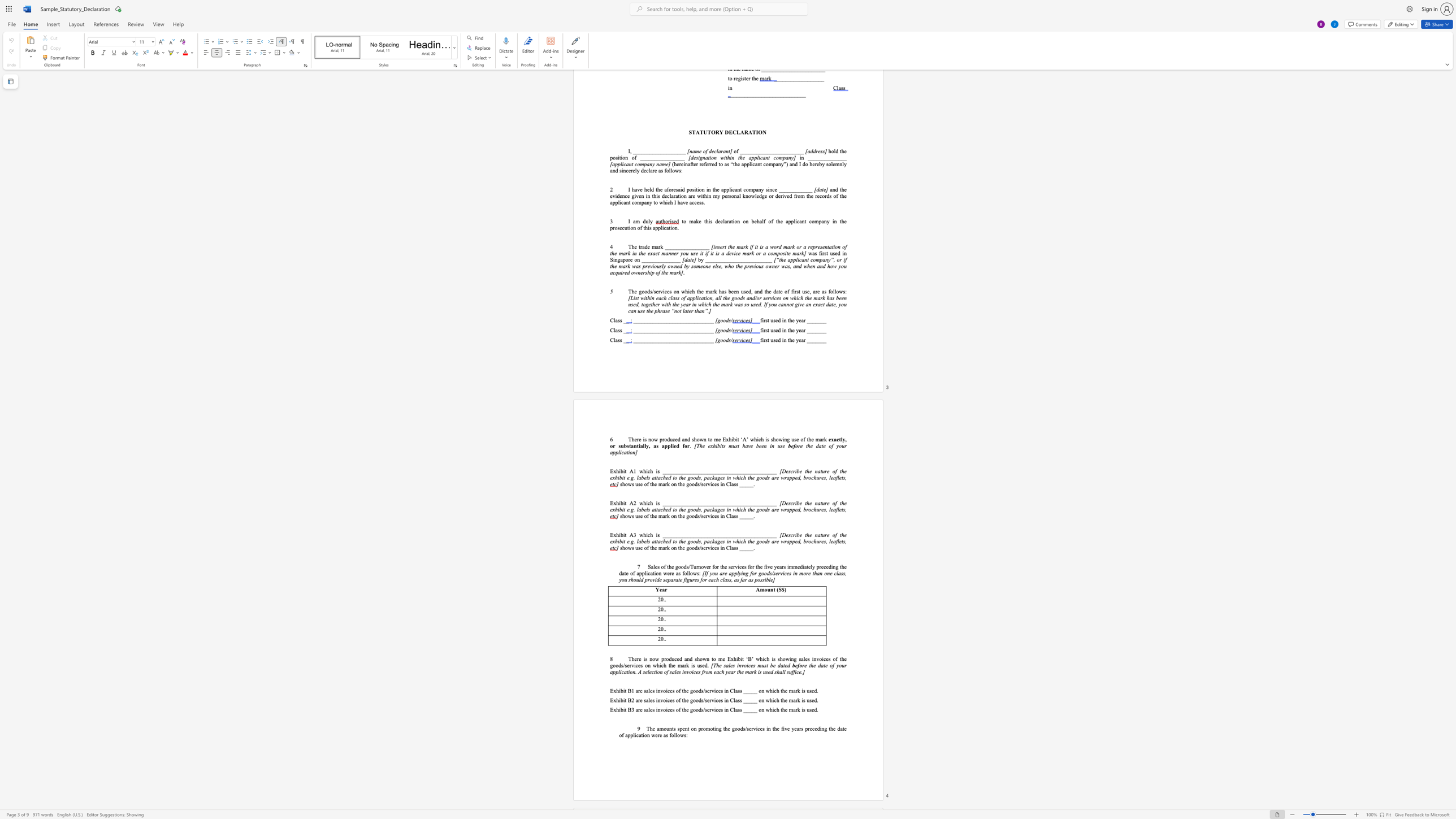 The width and height of the screenshot is (1456, 819). What do you see at coordinates (766, 589) in the screenshot?
I see `the subset text "unt (" within the text "Amount (S$)"` at bounding box center [766, 589].